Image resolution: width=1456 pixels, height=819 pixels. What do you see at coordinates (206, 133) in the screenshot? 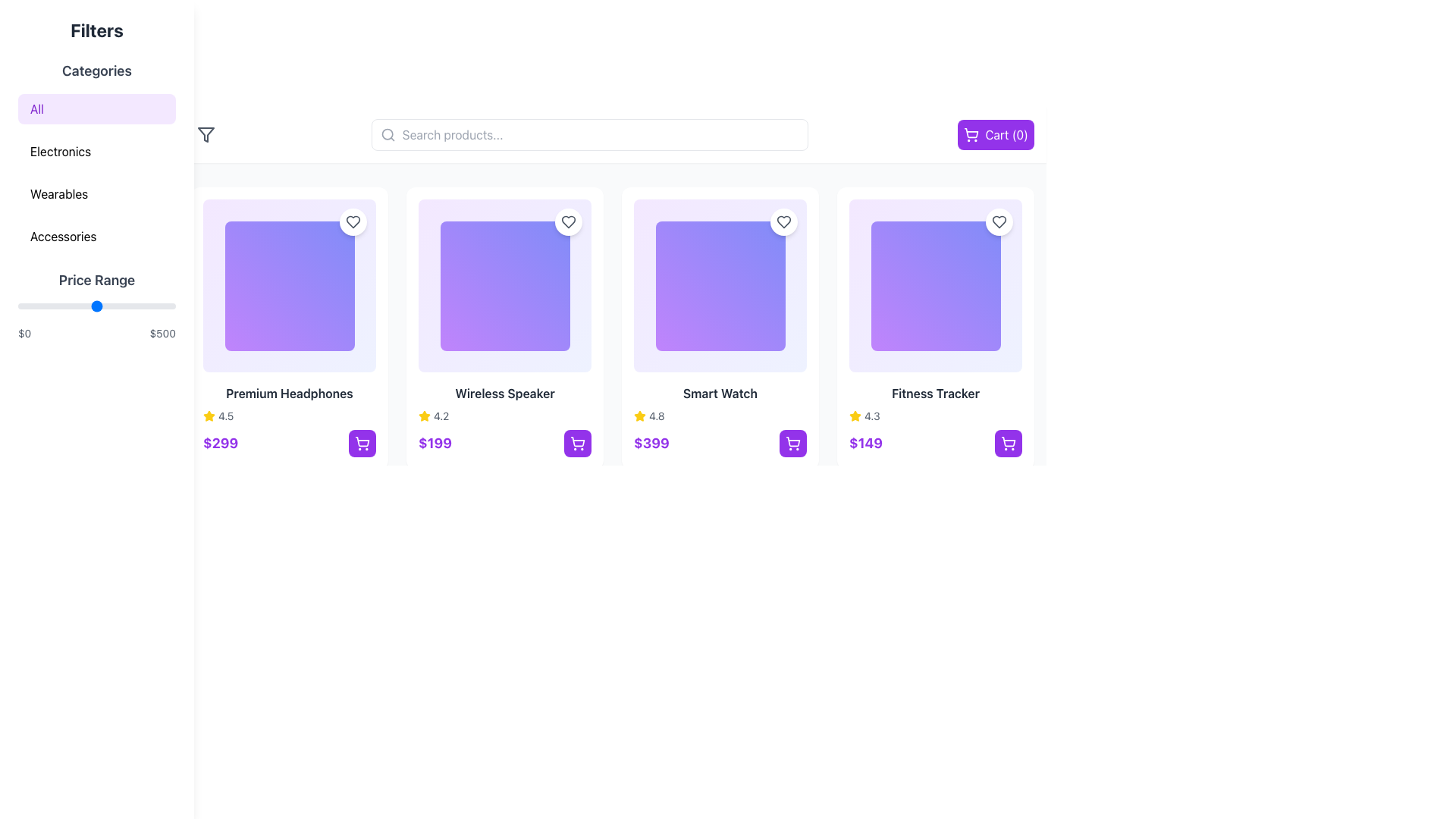
I see `the icon button located in the header section, adjacent to the search bar, to apply or open filters` at bounding box center [206, 133].